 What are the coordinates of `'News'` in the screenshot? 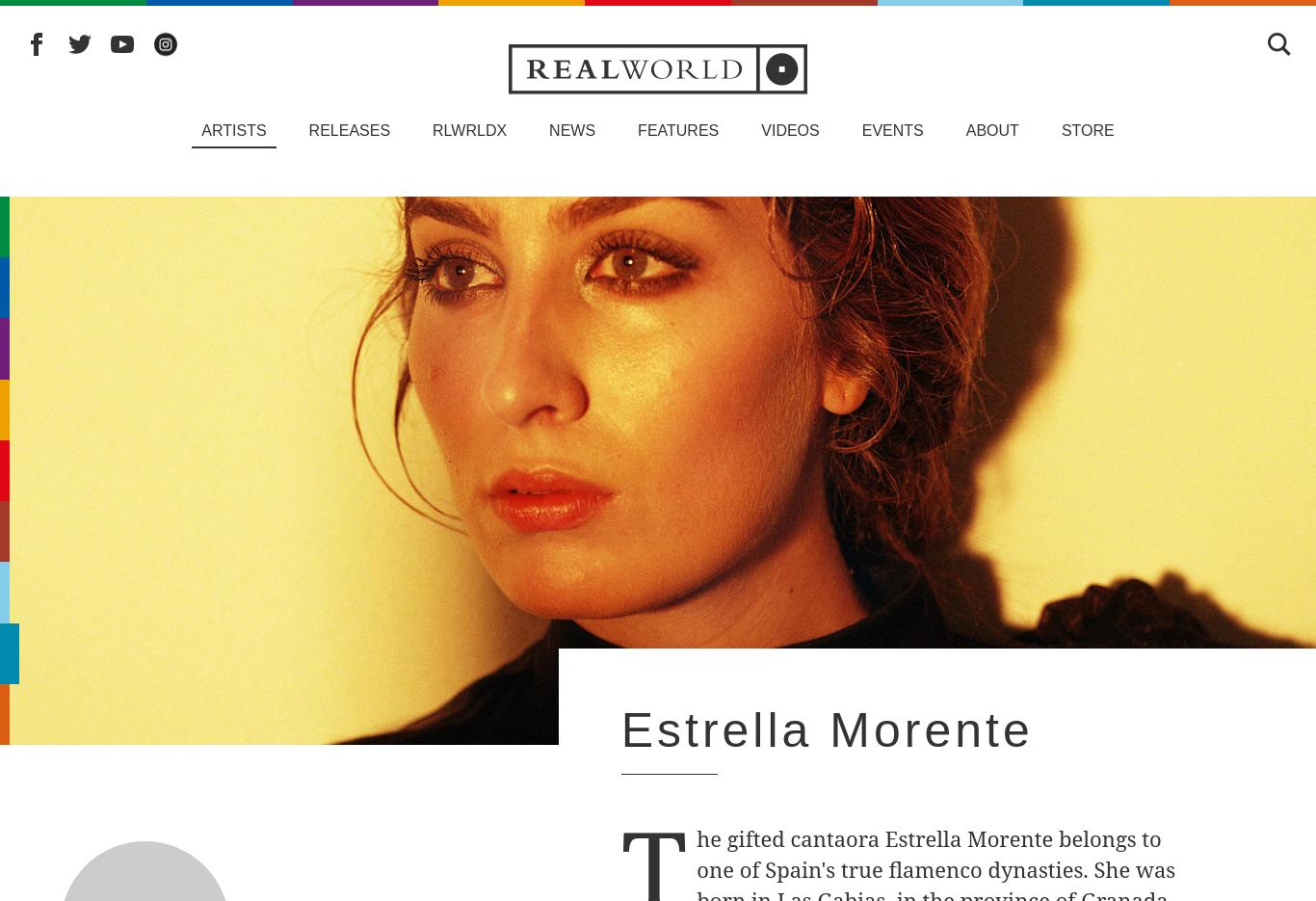 It's located at (570, 130).